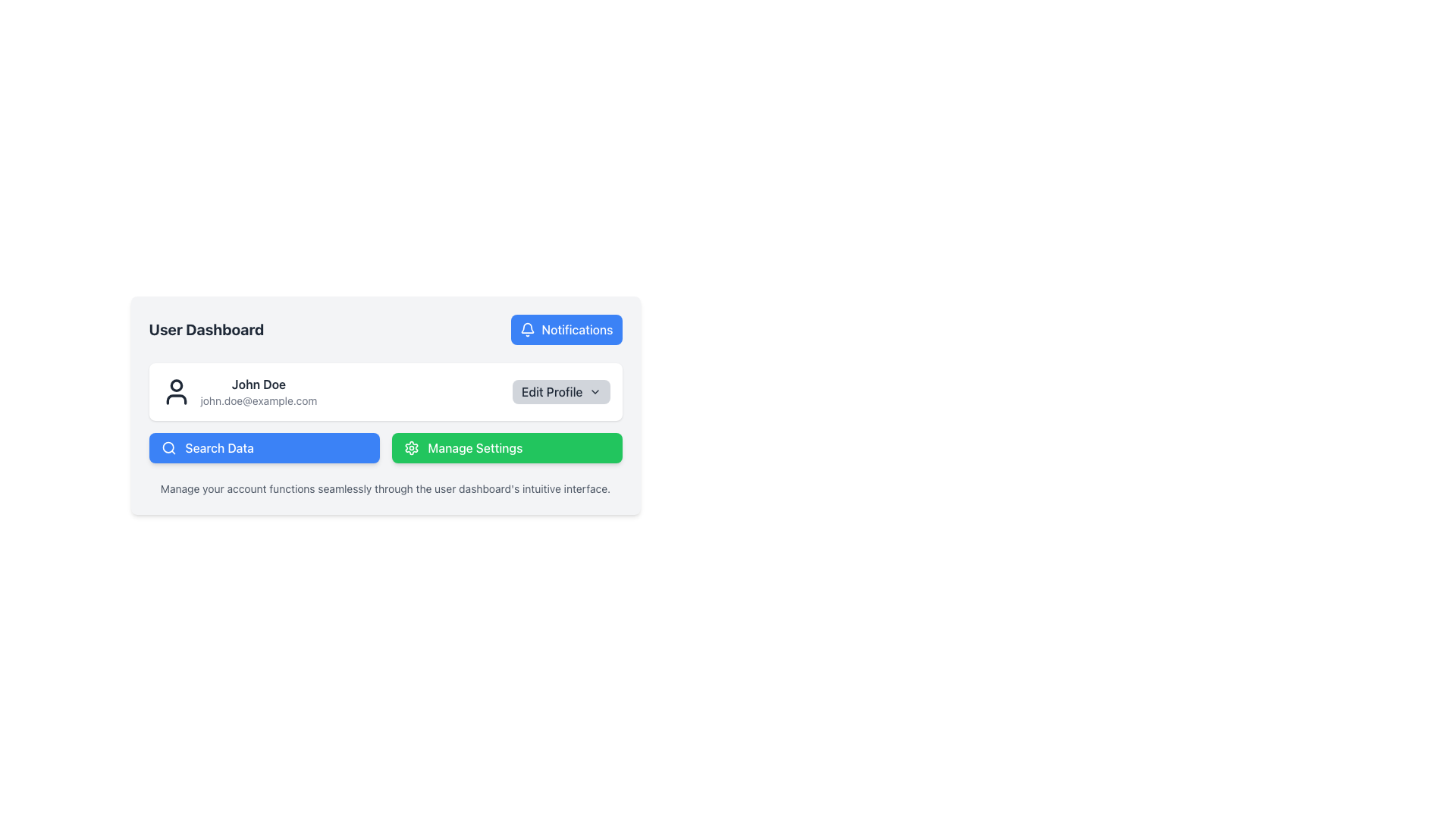 The width and height of the screenshot is (1456, 819). What do you see at coordinates (385, 488) in the screenshot?
I see `the static text element that reads 'Manage your account functions seamlessly through the user dashboard's intuitive interface.' located within the user dashboard section, below the 'Search Data' and 'Manage Settings' buttons` at bounding box center [385, 488].